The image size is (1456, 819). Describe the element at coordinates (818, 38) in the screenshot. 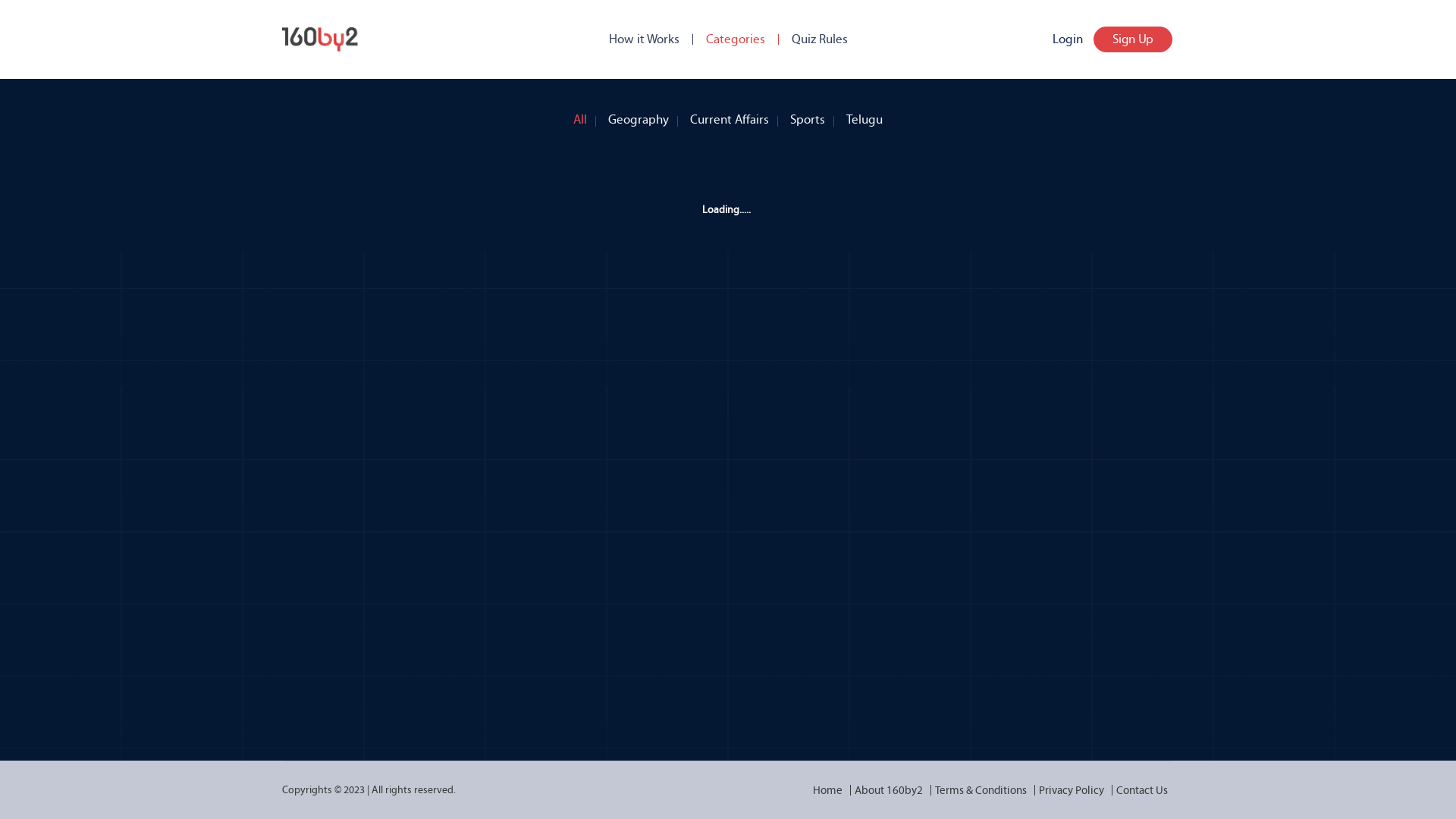

I see `'Quiz Rules'` at that location.